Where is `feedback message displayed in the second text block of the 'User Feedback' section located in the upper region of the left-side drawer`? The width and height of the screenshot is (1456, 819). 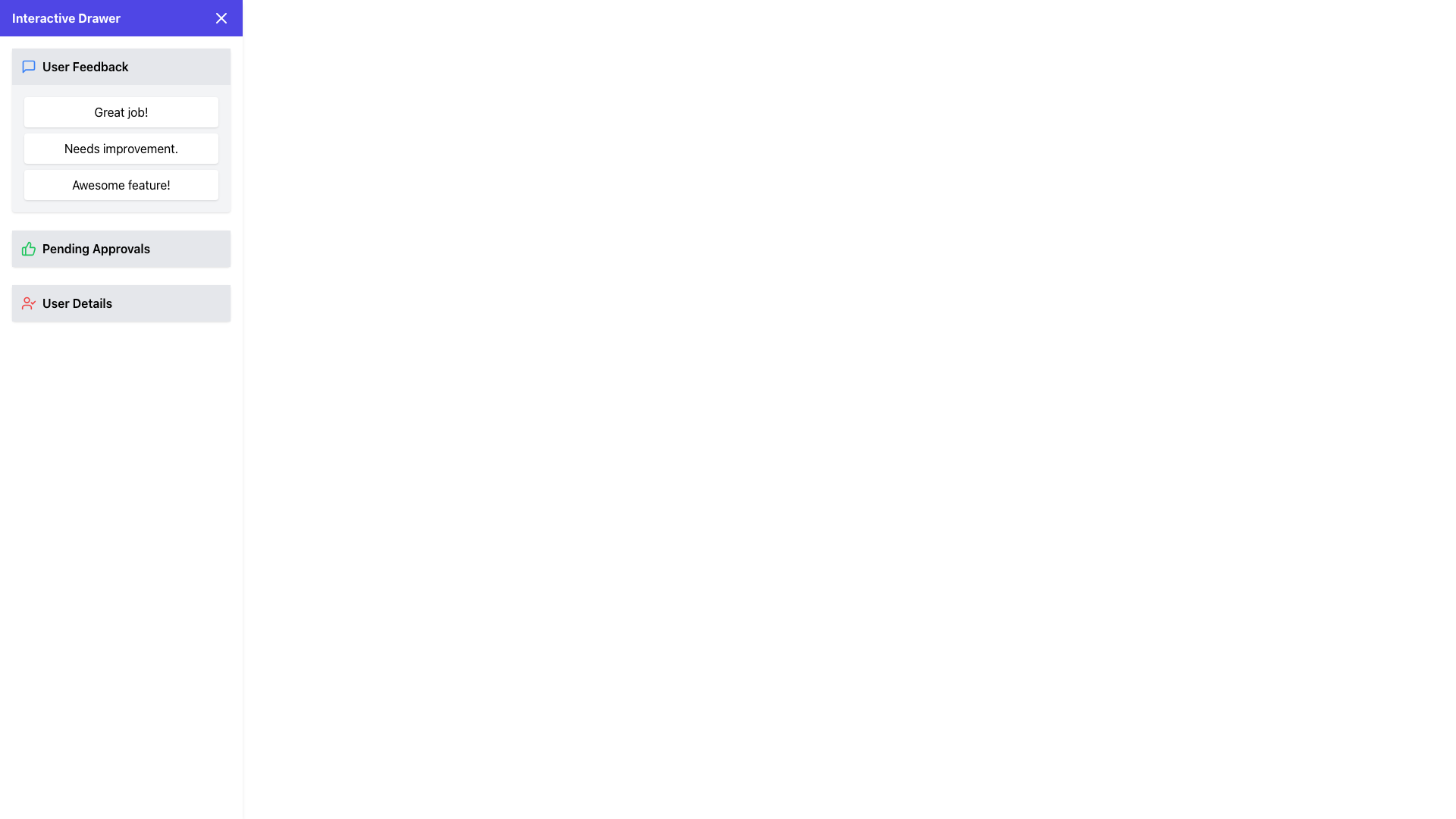 feedback message displayed in the second text block of the 'User Feedback' section located in the upper region of the left-side drawer is located at coordinates (120, 149).